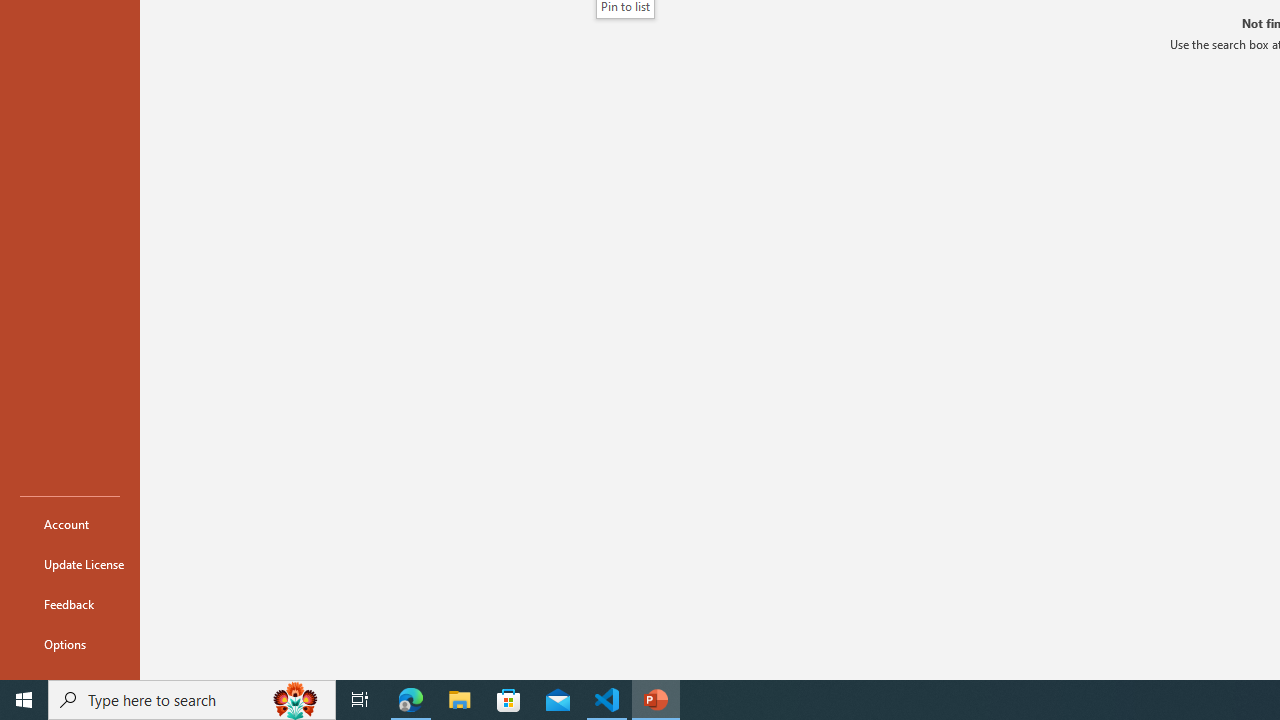 This screenshot has height=720, width=1280. I want to click on 'Account', so click(69, 523).